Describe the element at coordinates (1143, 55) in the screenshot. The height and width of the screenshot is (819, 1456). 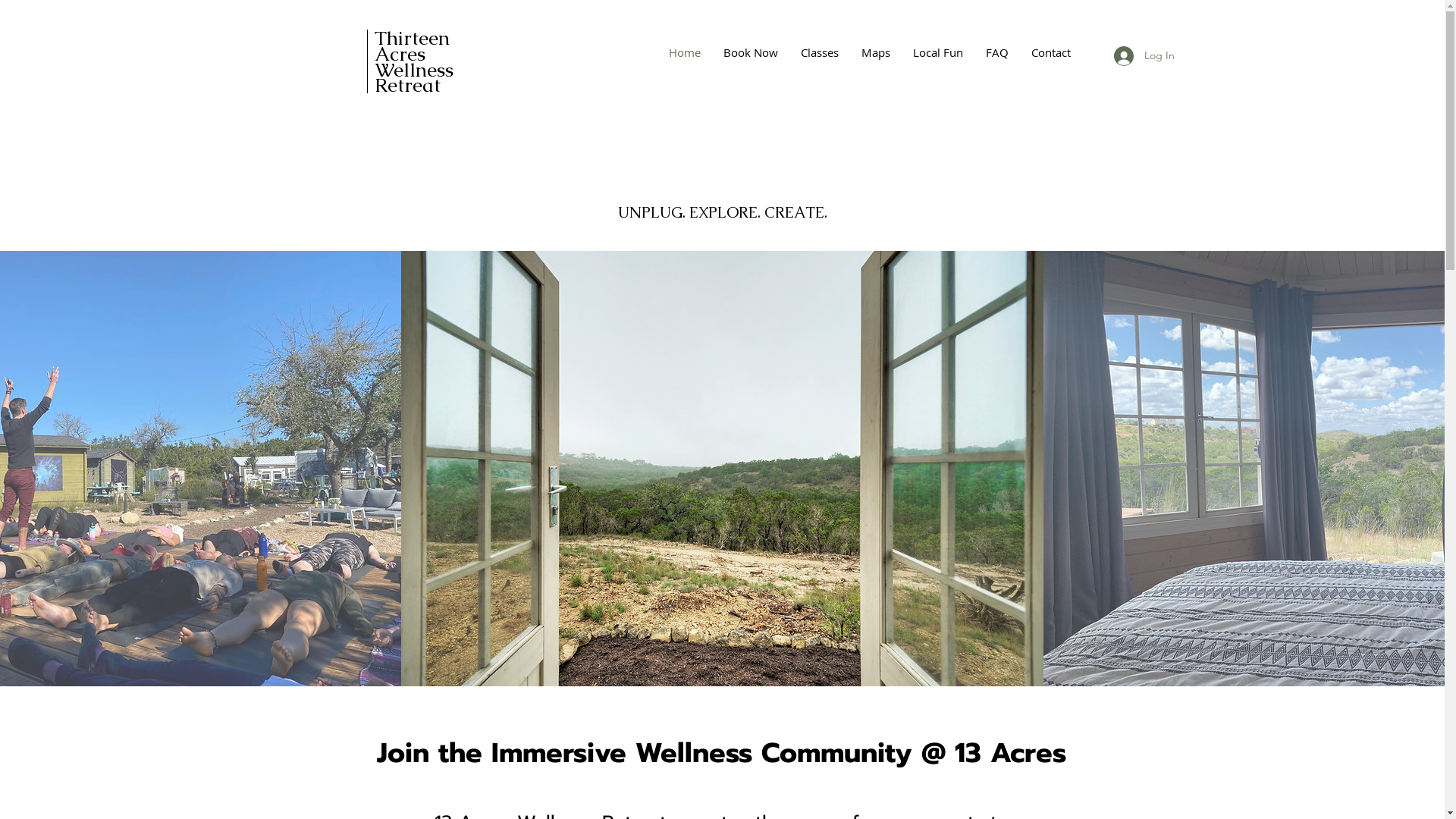
I see `'Log In'` at that location.